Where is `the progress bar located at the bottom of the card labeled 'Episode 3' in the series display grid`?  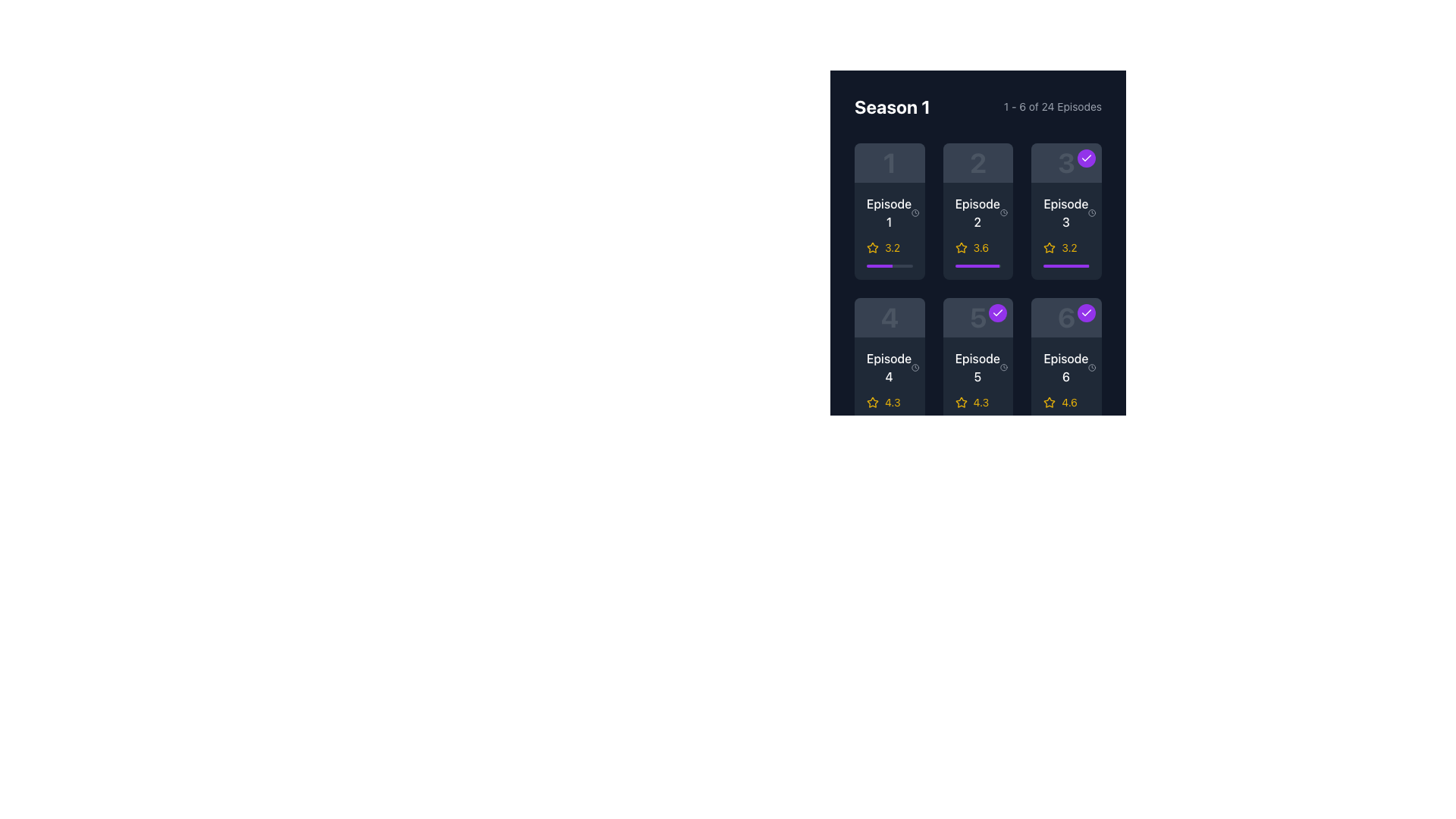
the progress bar located at the bottom of the card labeled 'Episode 3' in the series display grid is located at coordinates (1065, 265).